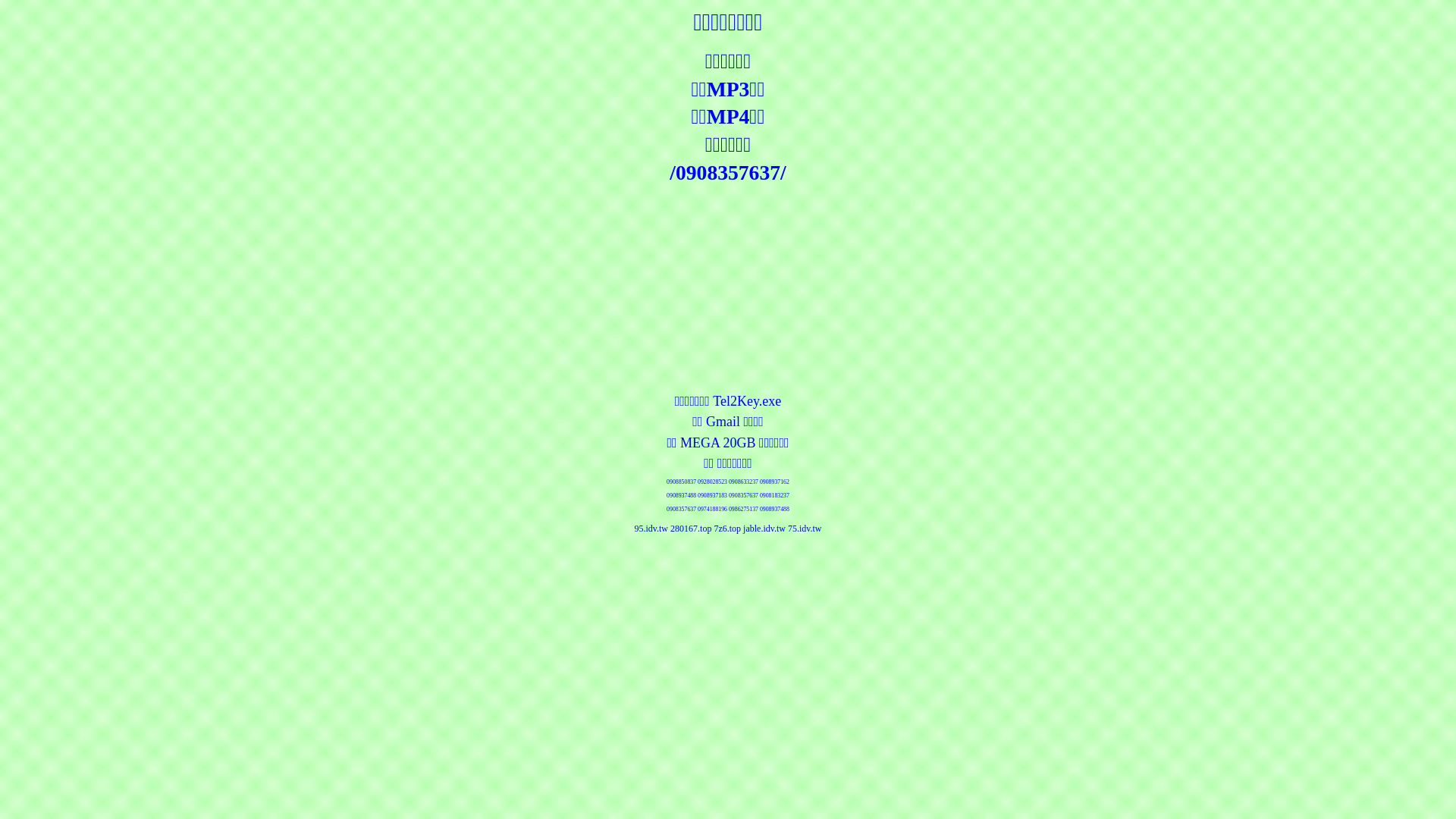  What do you see at coordinates (680, 482) in the screenshot?
I see `'0908850837'` at bounding box center [680, 482].